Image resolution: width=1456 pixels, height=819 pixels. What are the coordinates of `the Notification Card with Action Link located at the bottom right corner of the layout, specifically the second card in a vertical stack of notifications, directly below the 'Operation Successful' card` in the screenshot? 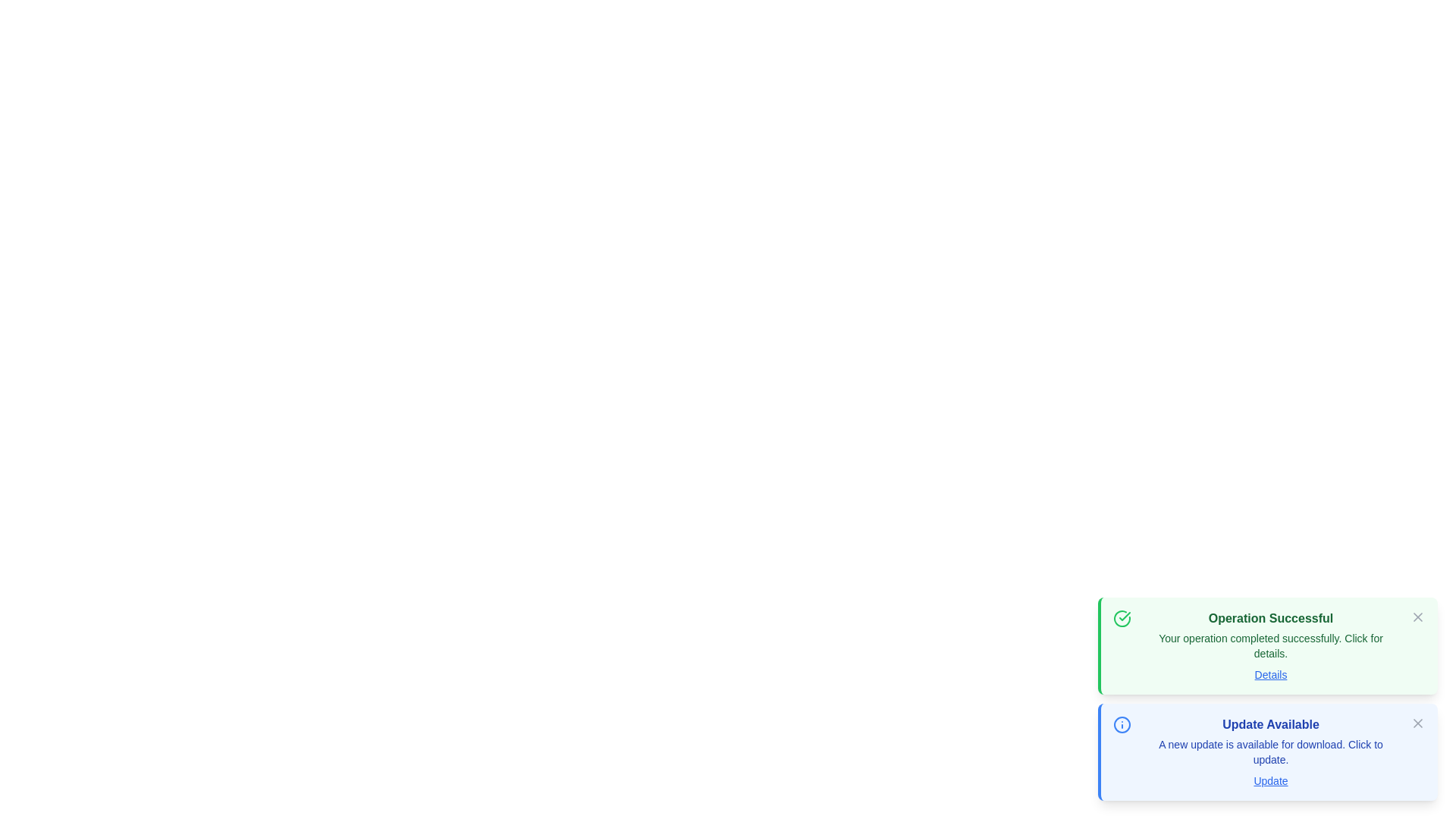 It's located at (1270, 752).